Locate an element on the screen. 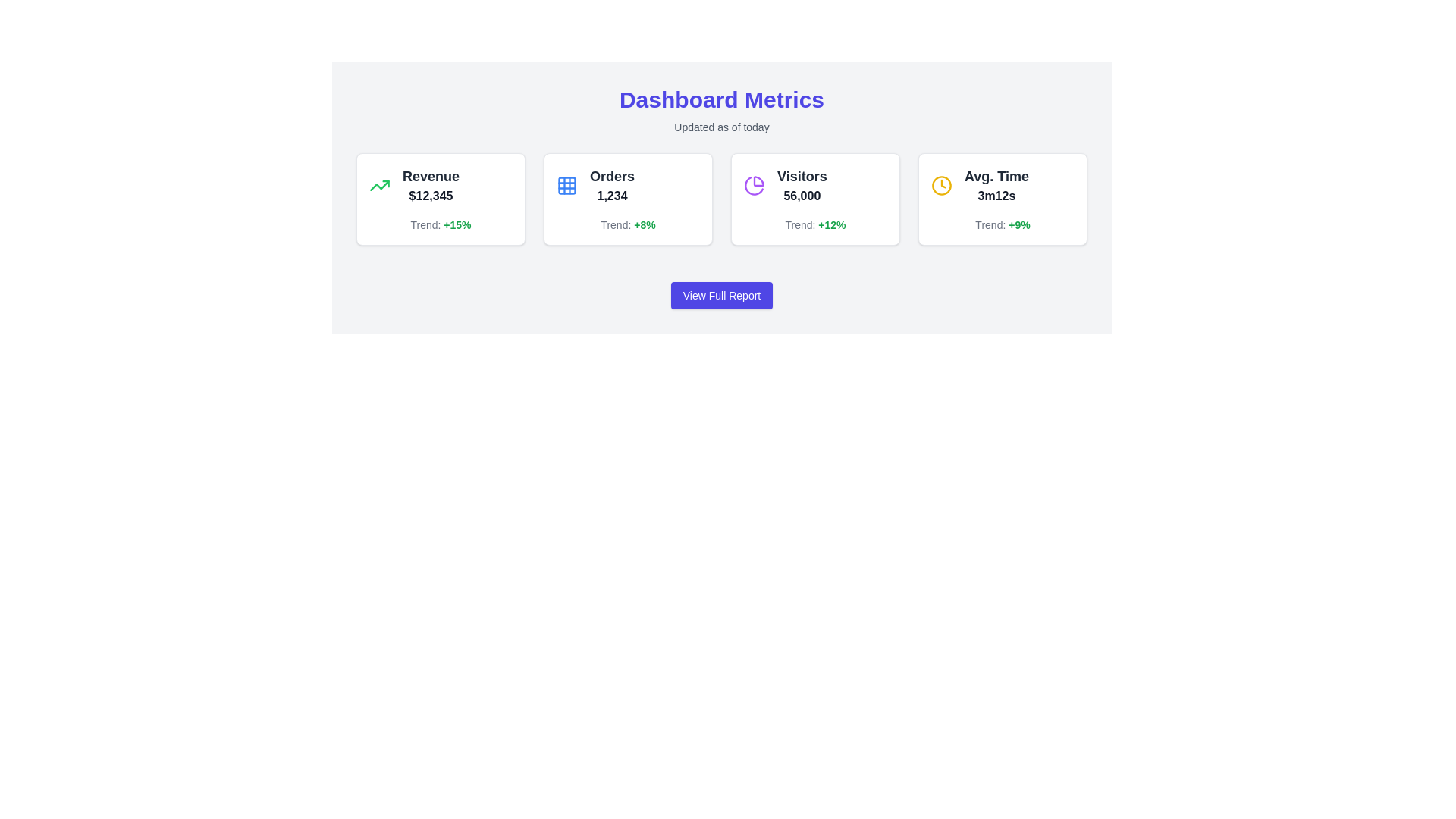  the decorative icon representing a positive revenue trend located at the top-left corner of the 'Revenue' card, above the text 'Revenue $12,345' is located at coordinates (379, 185).